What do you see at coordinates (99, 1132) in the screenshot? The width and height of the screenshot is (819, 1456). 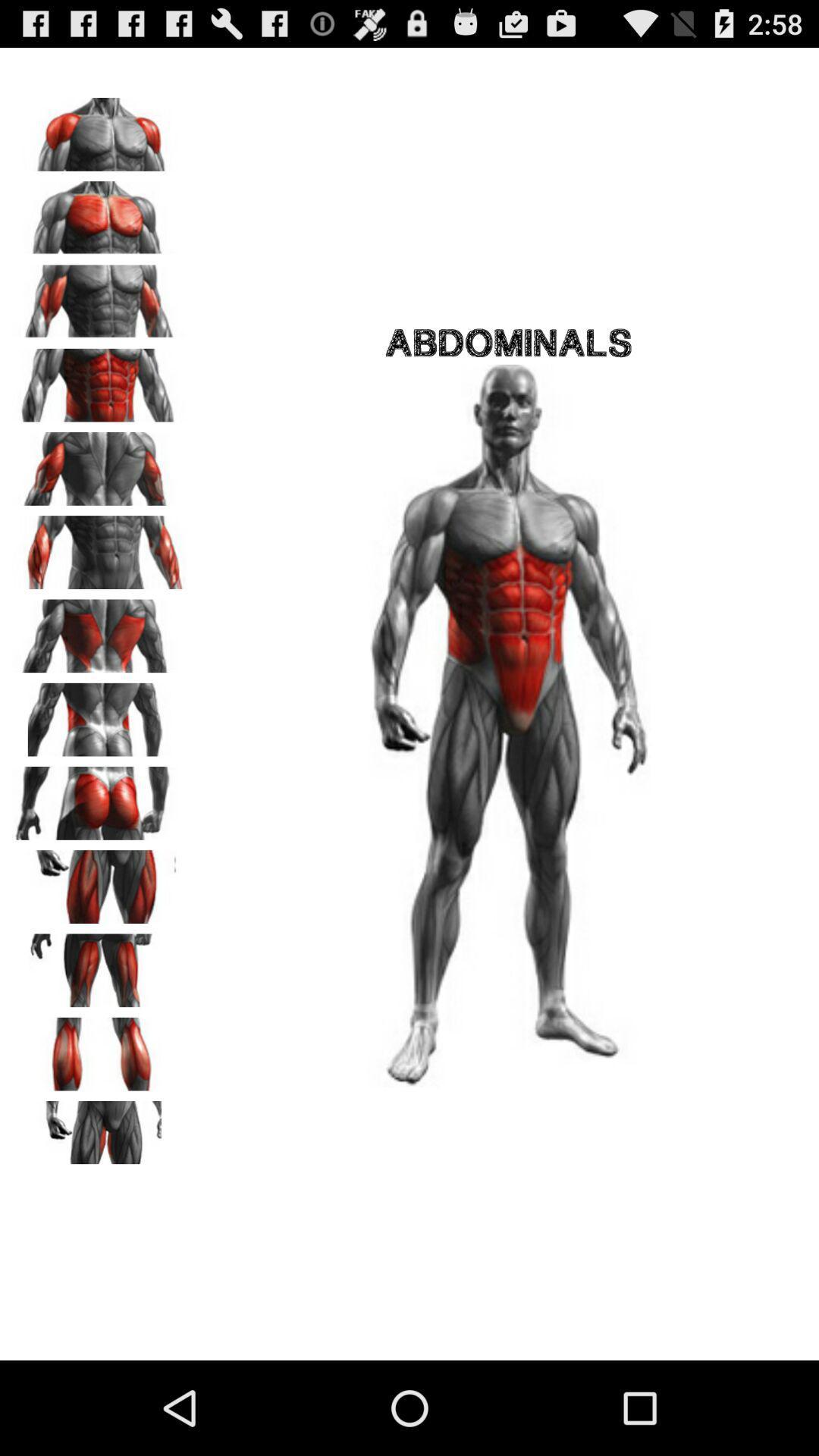 I see `groin muscles` at bounding box center [99, 1132].